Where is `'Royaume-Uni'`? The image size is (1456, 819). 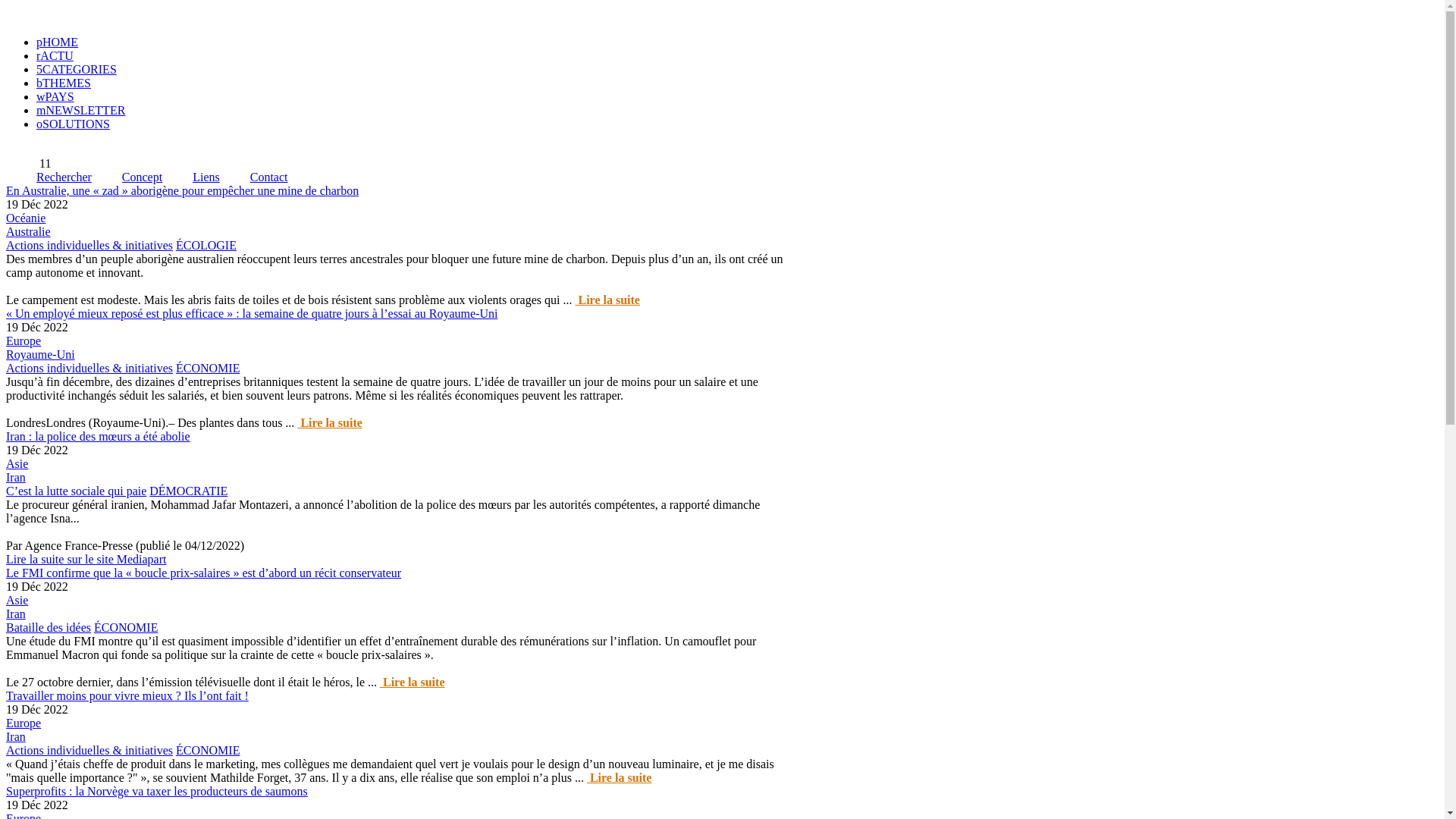 'Royaume-Uni' is located at coordinates (40, 354).